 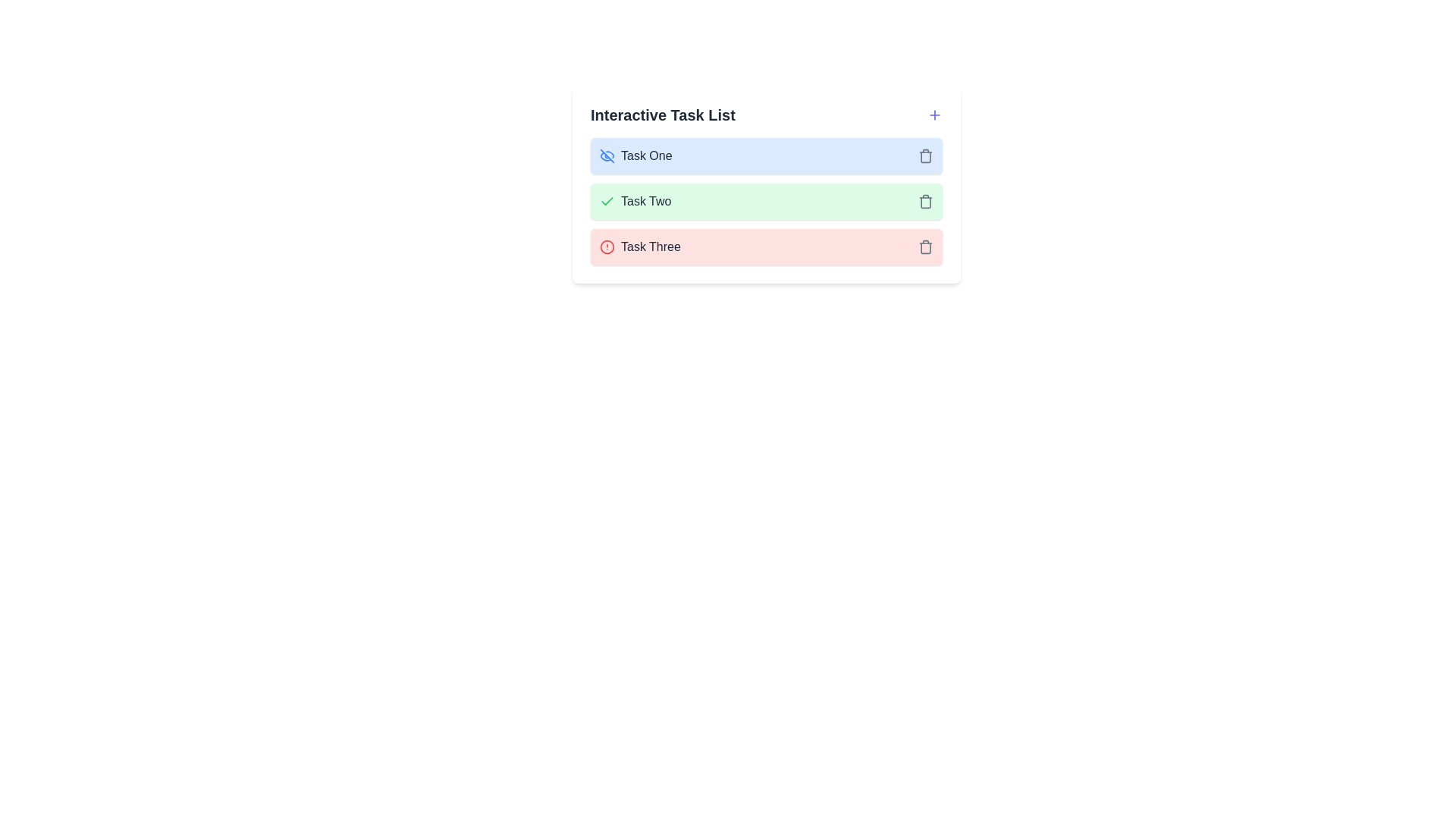 What do you see at coordinates (924, 246) in the screenshot?
I see `the delete icon located to the right of 'Task Three' in the interactive task list` at bounding box center [924, 246].